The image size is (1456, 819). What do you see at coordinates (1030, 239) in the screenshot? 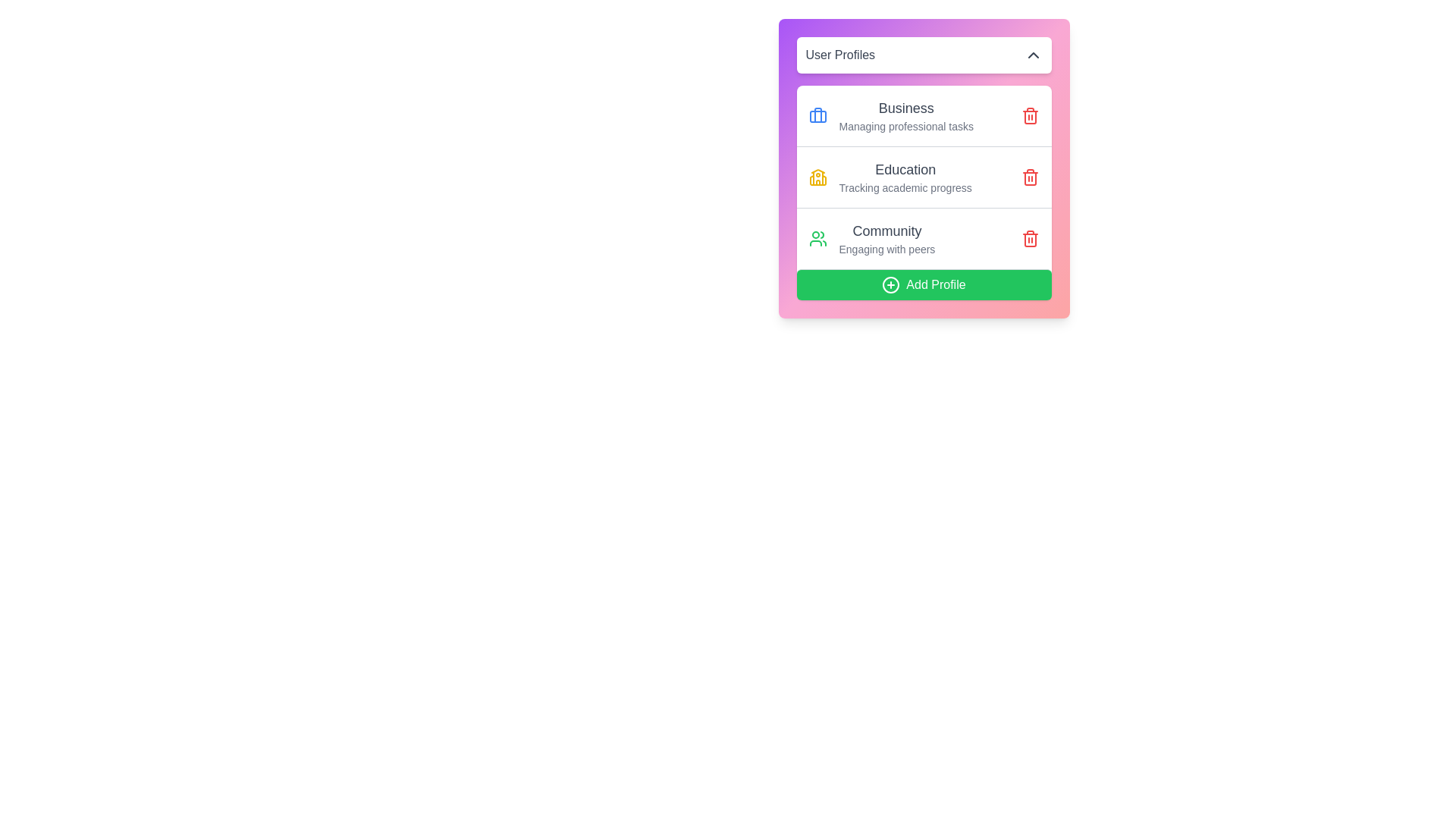
I see `the red trash icon button located at the far right of the 'Community' section` at bounding box center [1030, 239].